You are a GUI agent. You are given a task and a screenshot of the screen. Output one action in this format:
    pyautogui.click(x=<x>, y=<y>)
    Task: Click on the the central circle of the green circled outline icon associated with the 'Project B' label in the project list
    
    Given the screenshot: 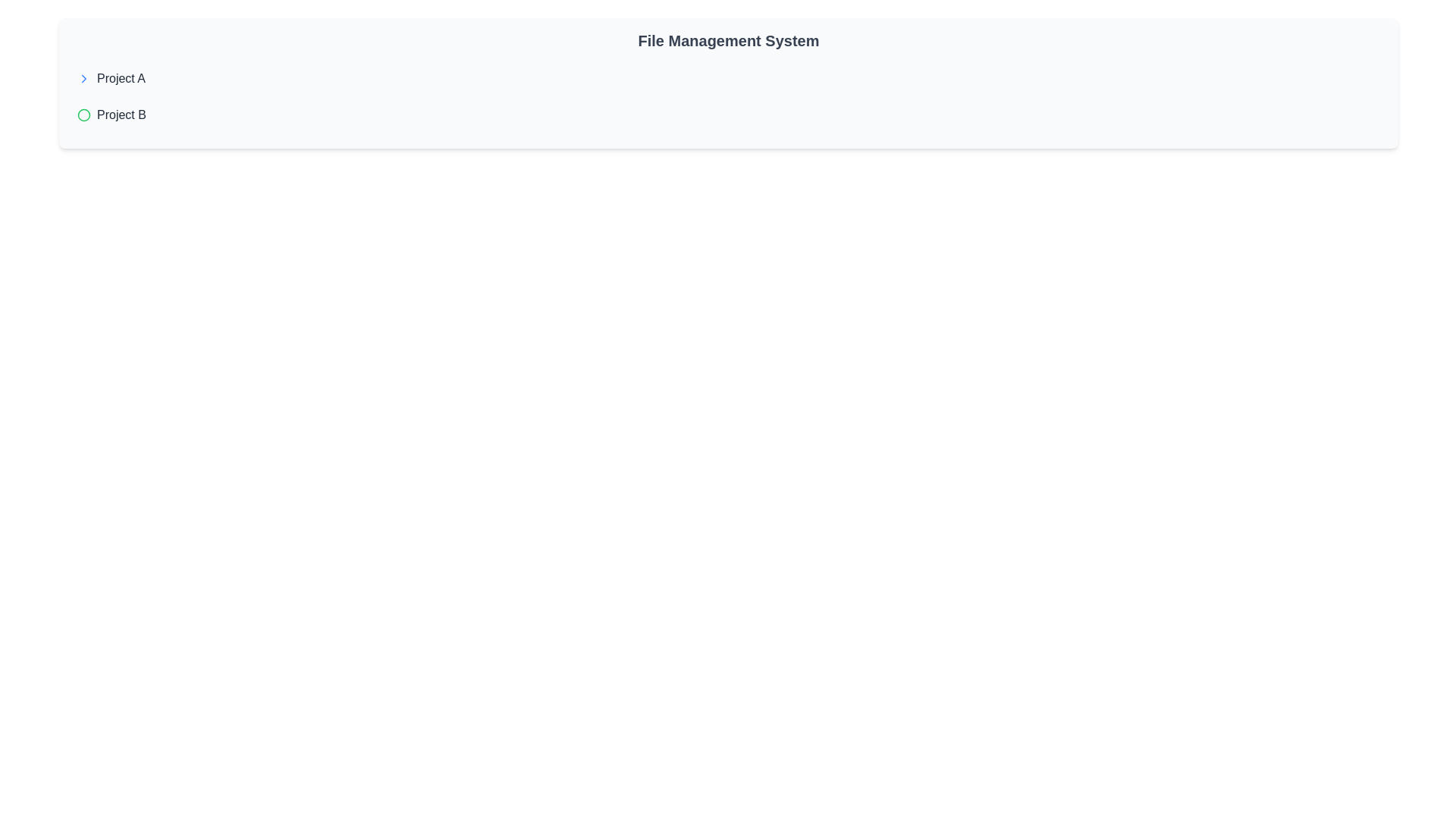 What is the action you would take?
    pyautogui.click(x=83, y=114)
    